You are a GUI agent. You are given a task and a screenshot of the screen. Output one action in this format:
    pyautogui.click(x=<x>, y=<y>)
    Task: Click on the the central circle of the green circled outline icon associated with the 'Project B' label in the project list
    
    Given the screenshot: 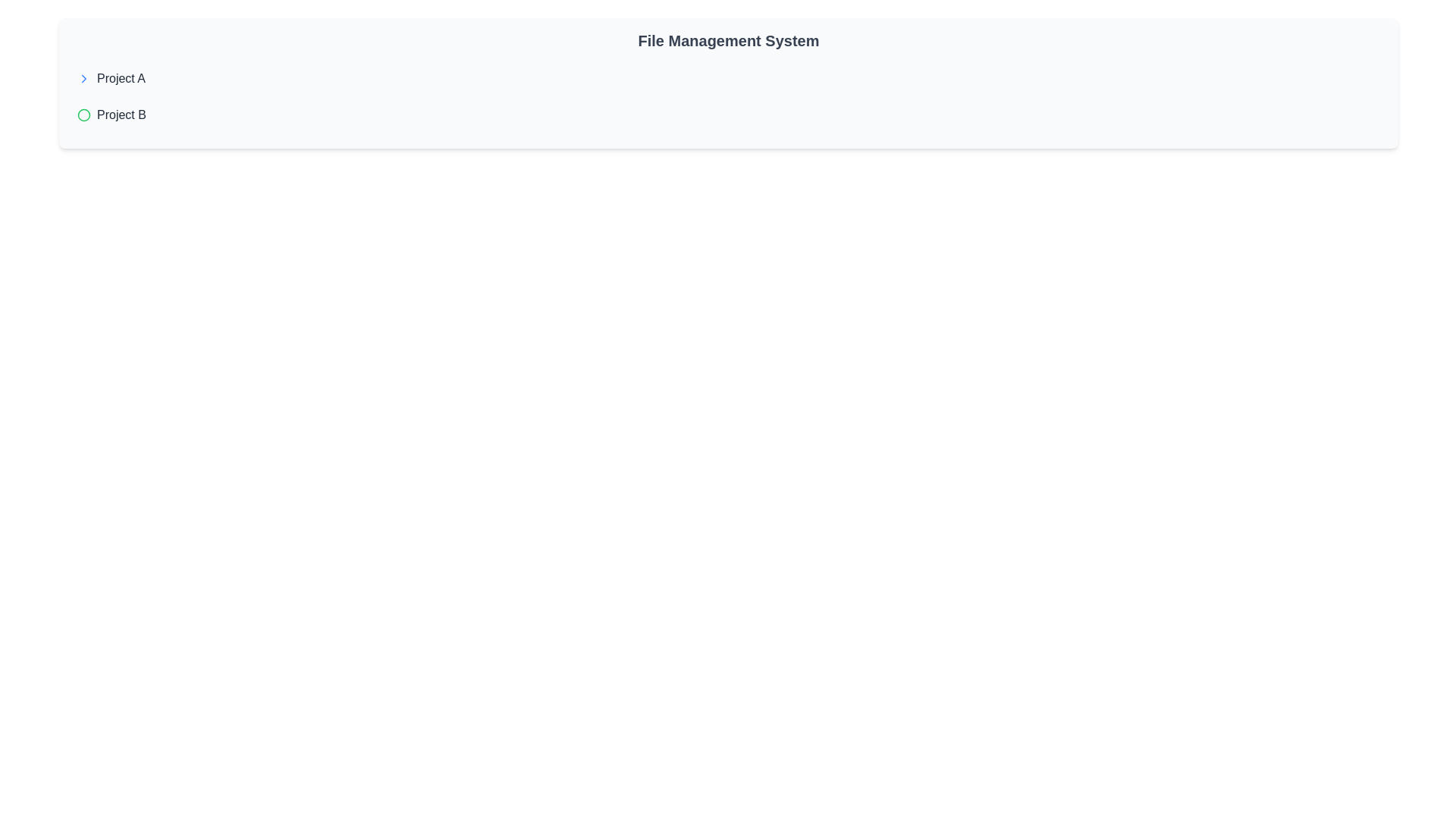 What is the action you would take?
    pyautogui.click(x=83, y=114)
    